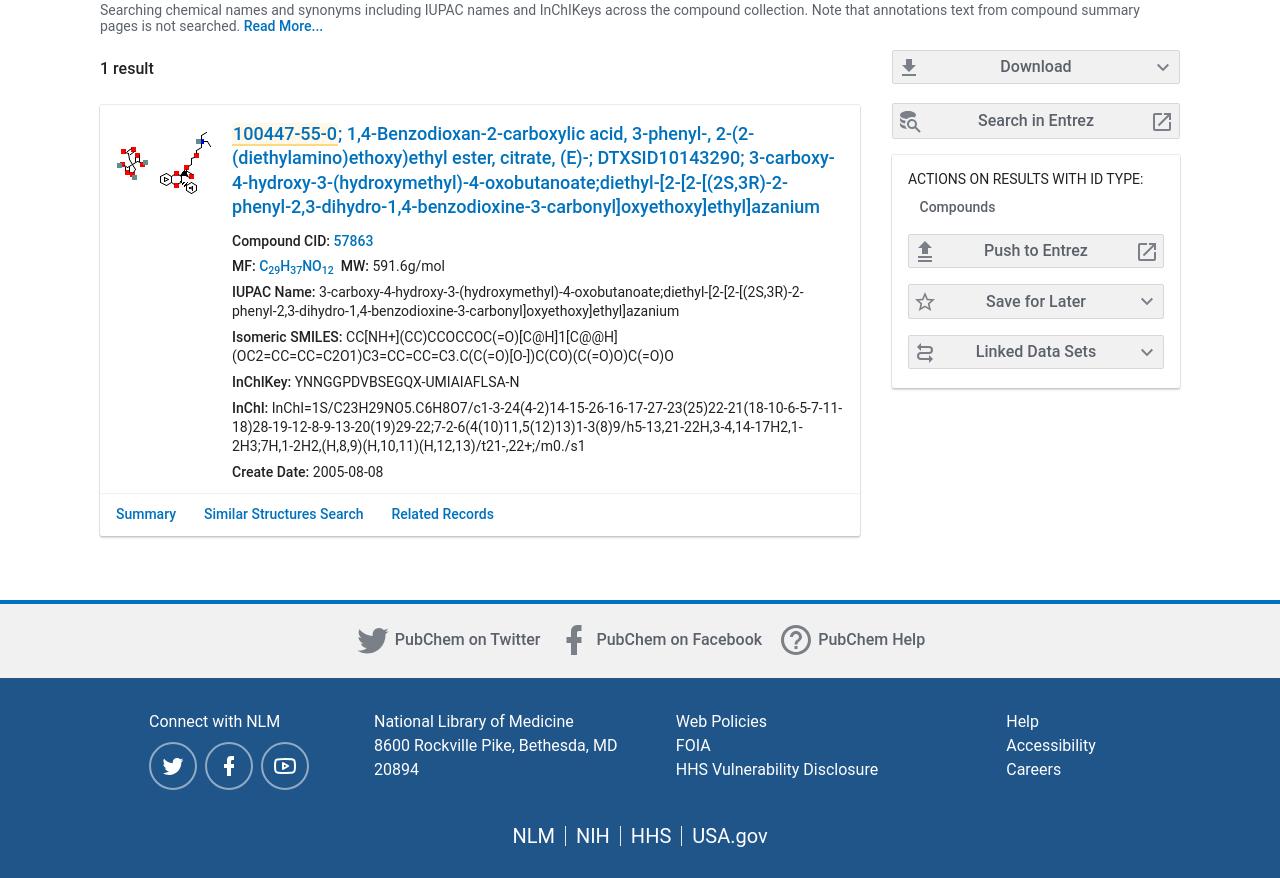 This screenshot has height=878, width=1280. Describe the element at coordinates (1035, 250) in the screenshot. I see `'Push to Entrez'` at that location.